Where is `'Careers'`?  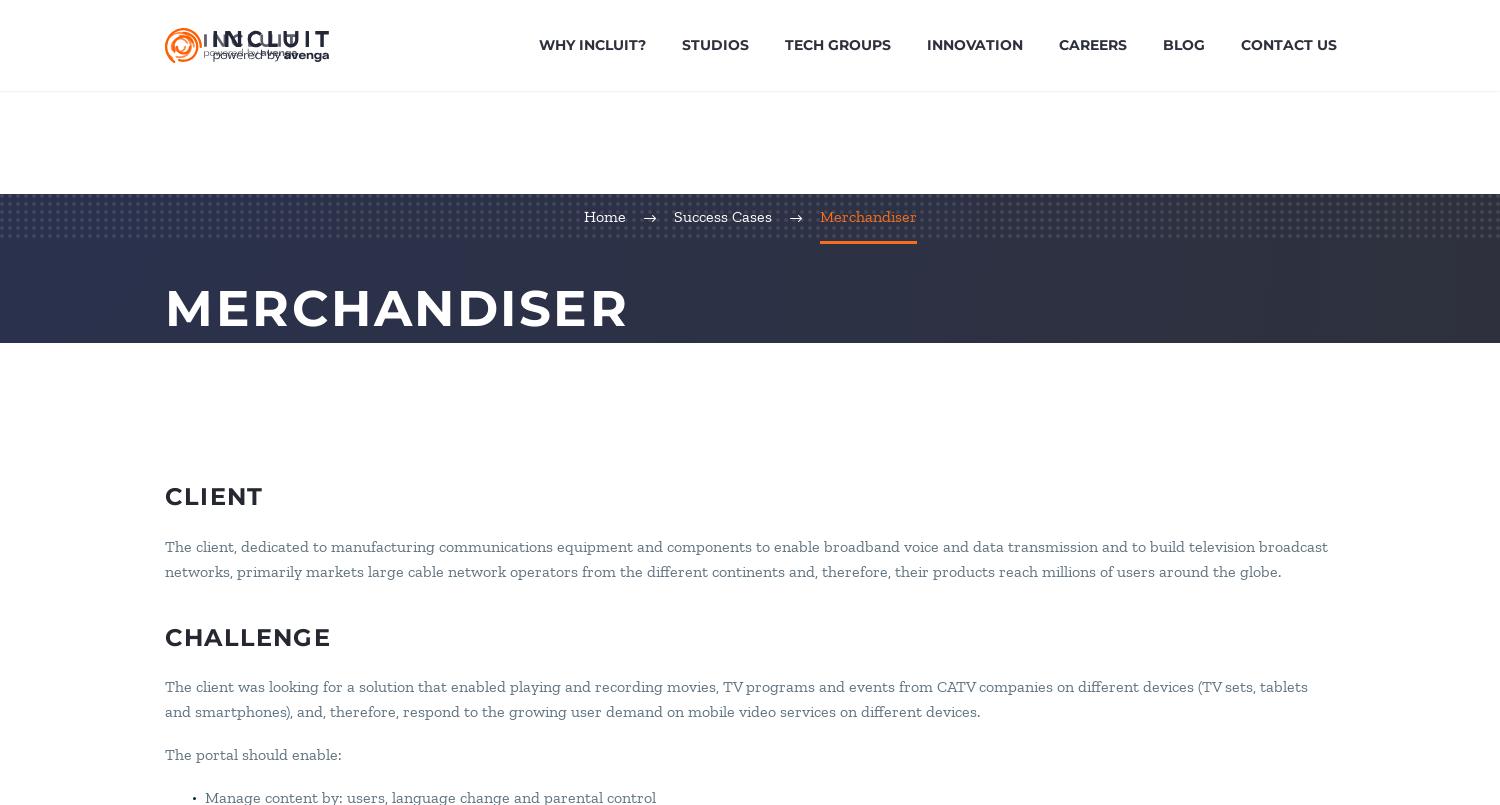
'Careers' is located at coordinates (1092, 44).